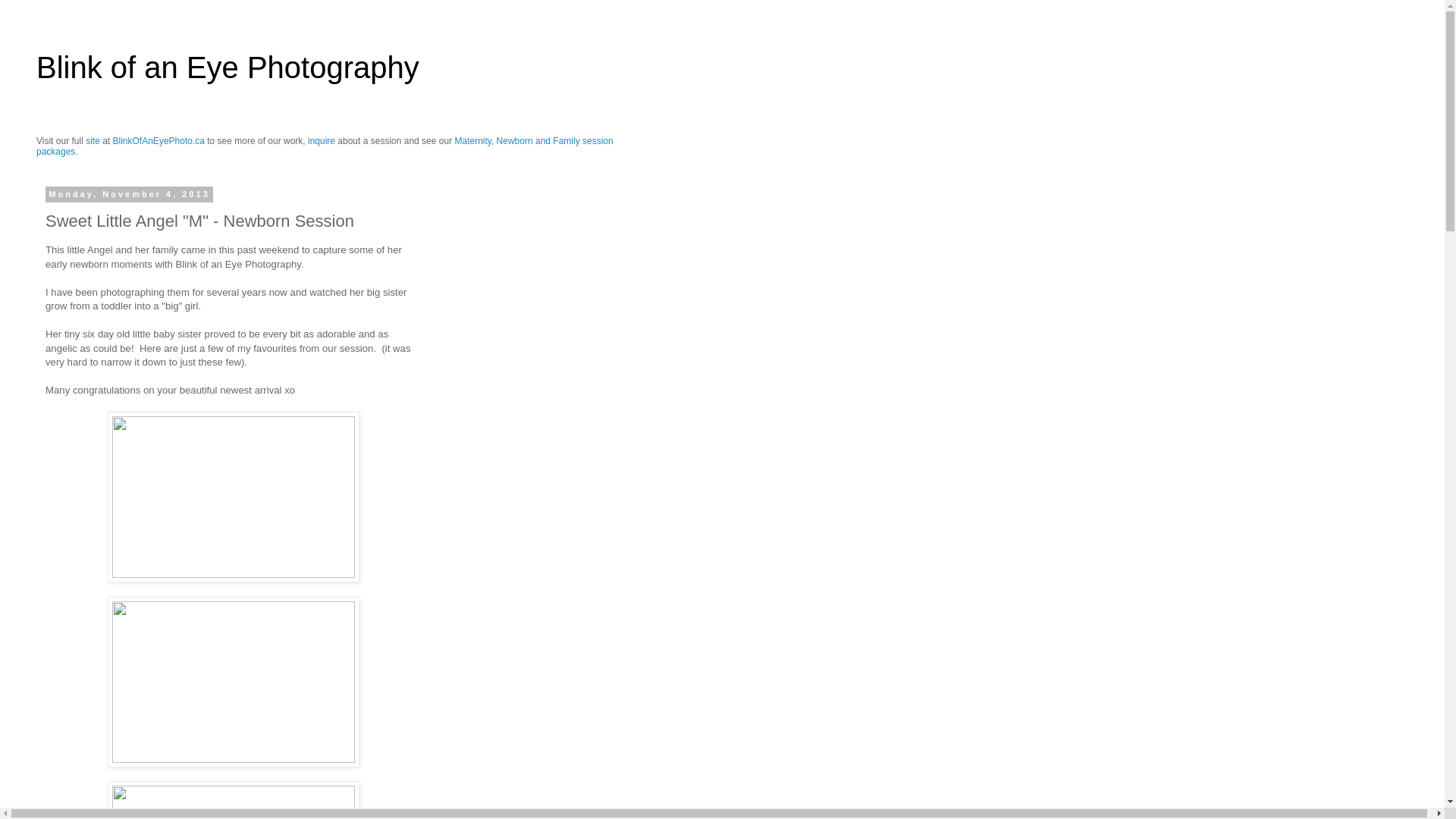 The height and width of the screenshot is (819, 1456). What do you see at coordinates (320, 140) in the screenshot?
I see `'inquire'` at bounding box center [320, 140].